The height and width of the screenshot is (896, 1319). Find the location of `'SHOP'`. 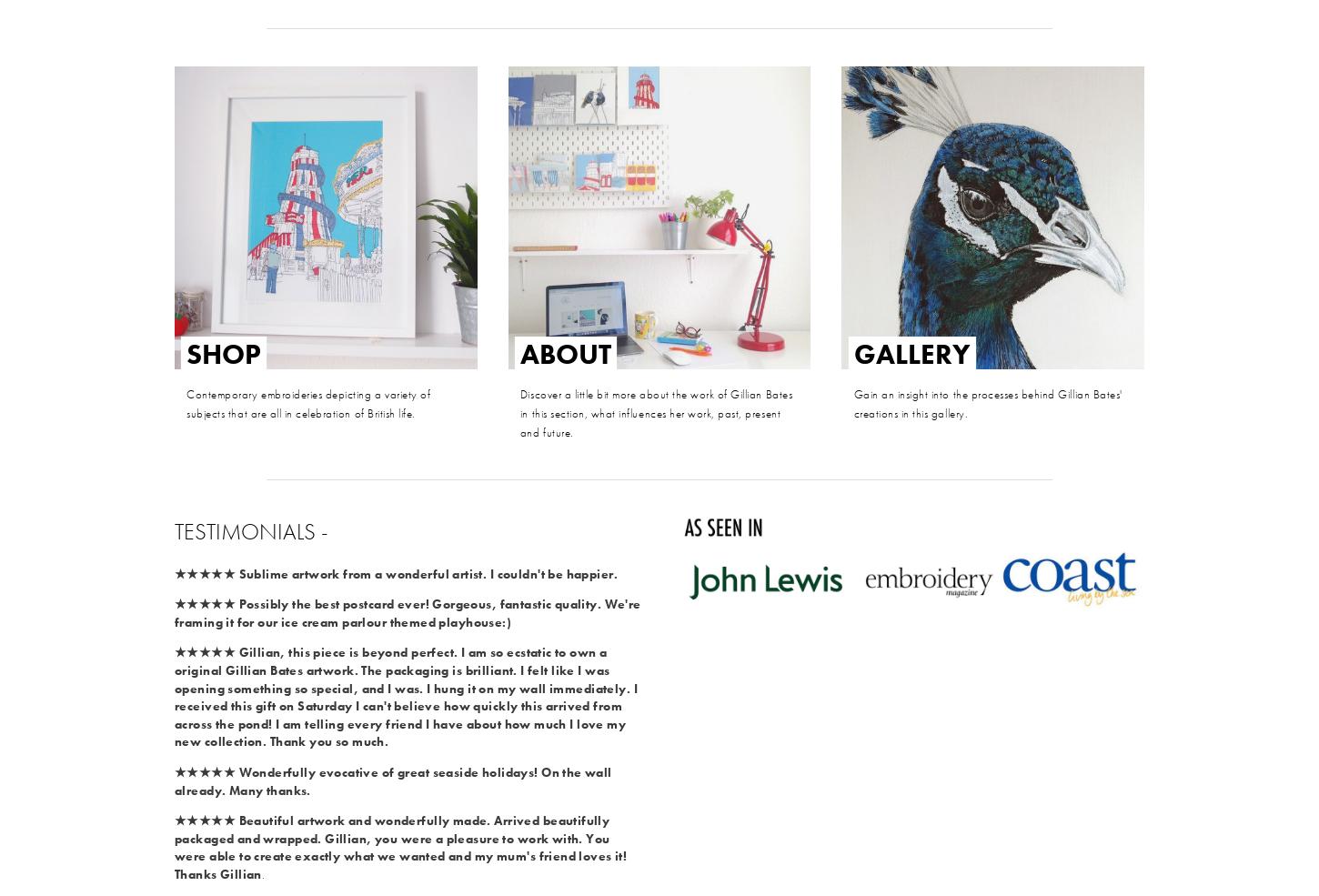

'SHOP' is located at coordinates (224, 353).